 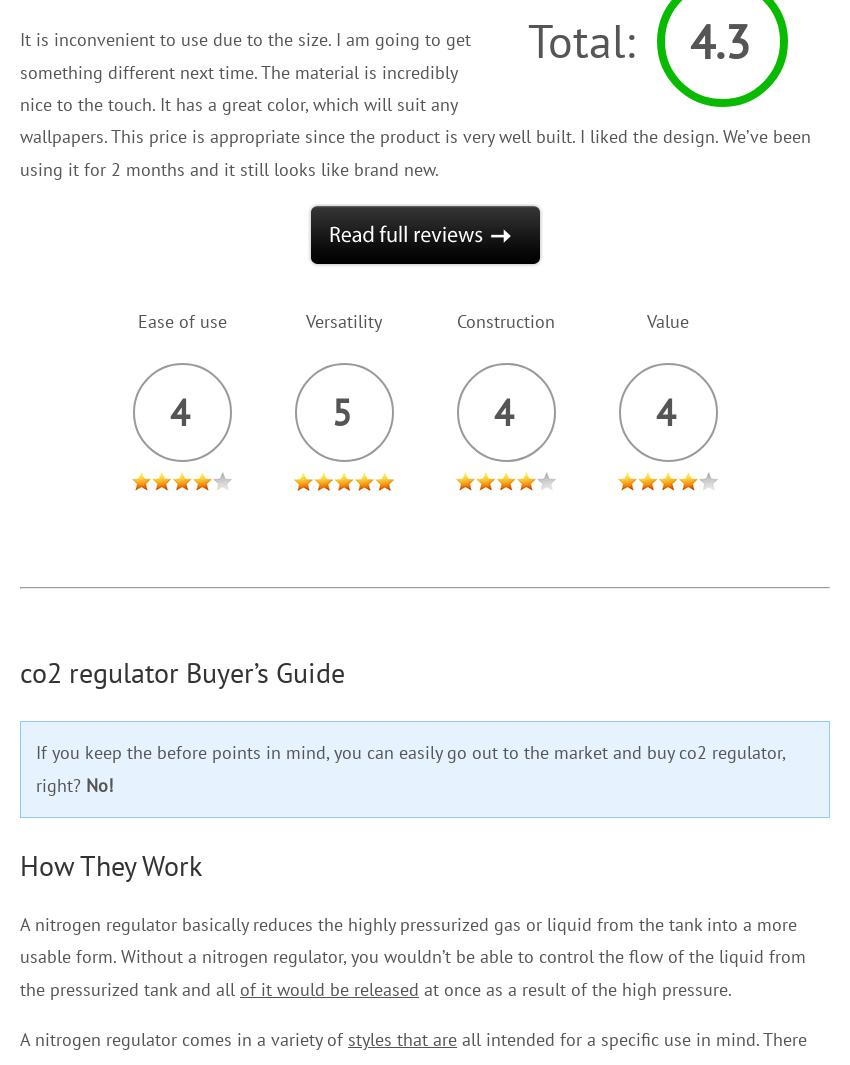 I want to click on '5', so click(x=330, y=410).